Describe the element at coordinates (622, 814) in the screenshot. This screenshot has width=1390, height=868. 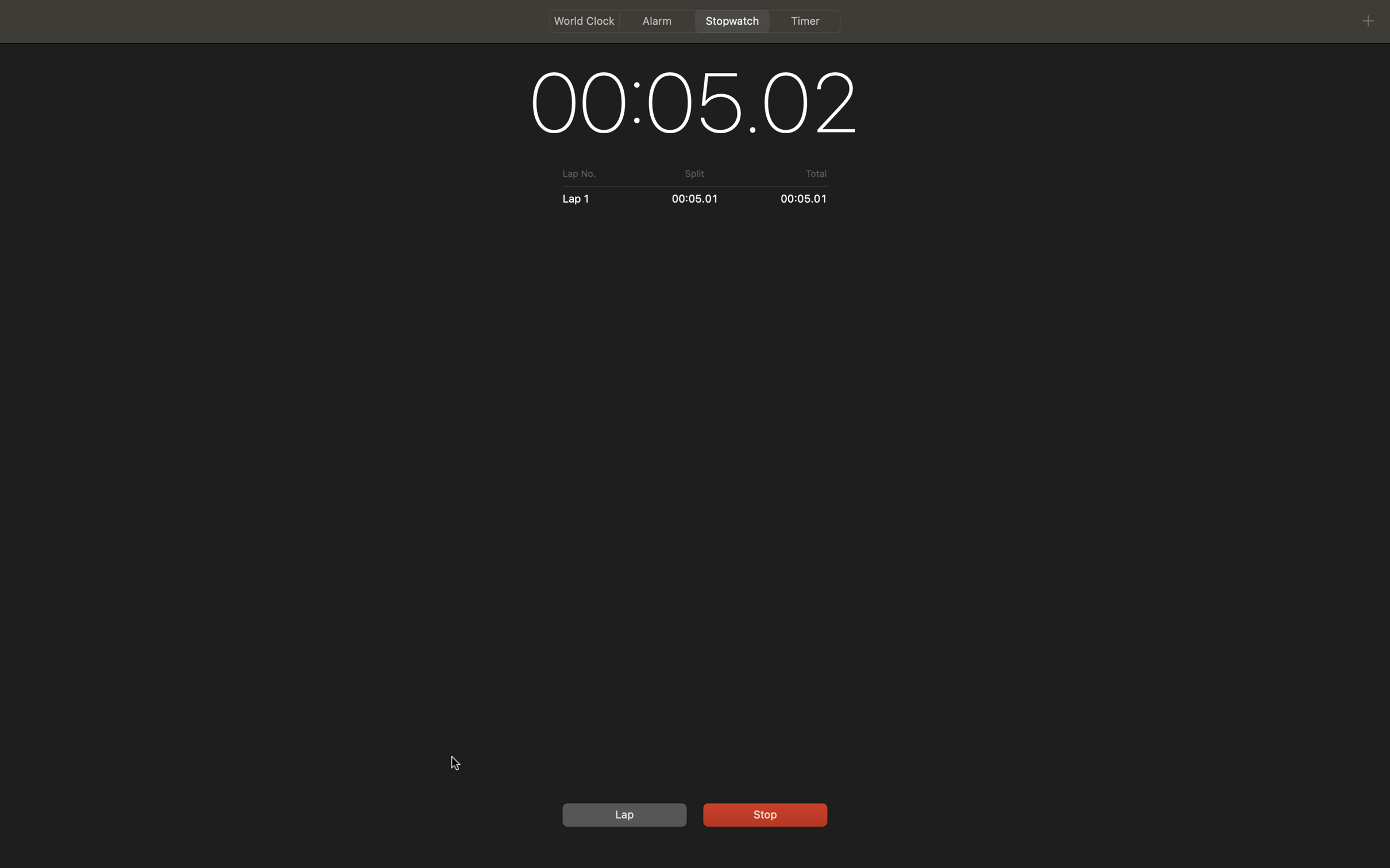
I see `Reset the timer and set in motion` at that location.